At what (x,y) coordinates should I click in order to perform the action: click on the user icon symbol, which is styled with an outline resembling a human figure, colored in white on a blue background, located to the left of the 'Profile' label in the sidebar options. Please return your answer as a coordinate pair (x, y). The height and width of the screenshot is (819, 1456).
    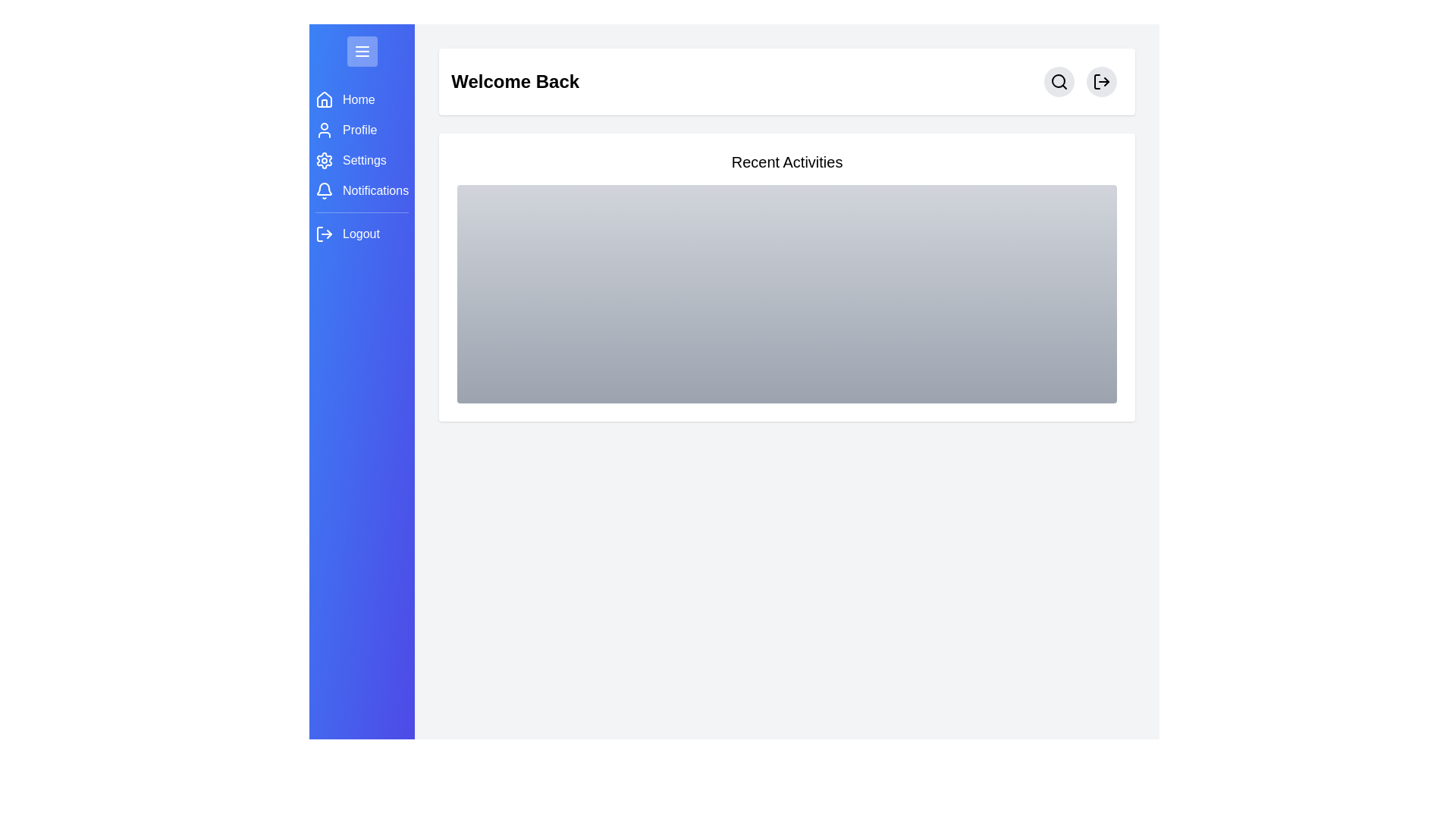
    Looking at the image, I should click on (323, 130).